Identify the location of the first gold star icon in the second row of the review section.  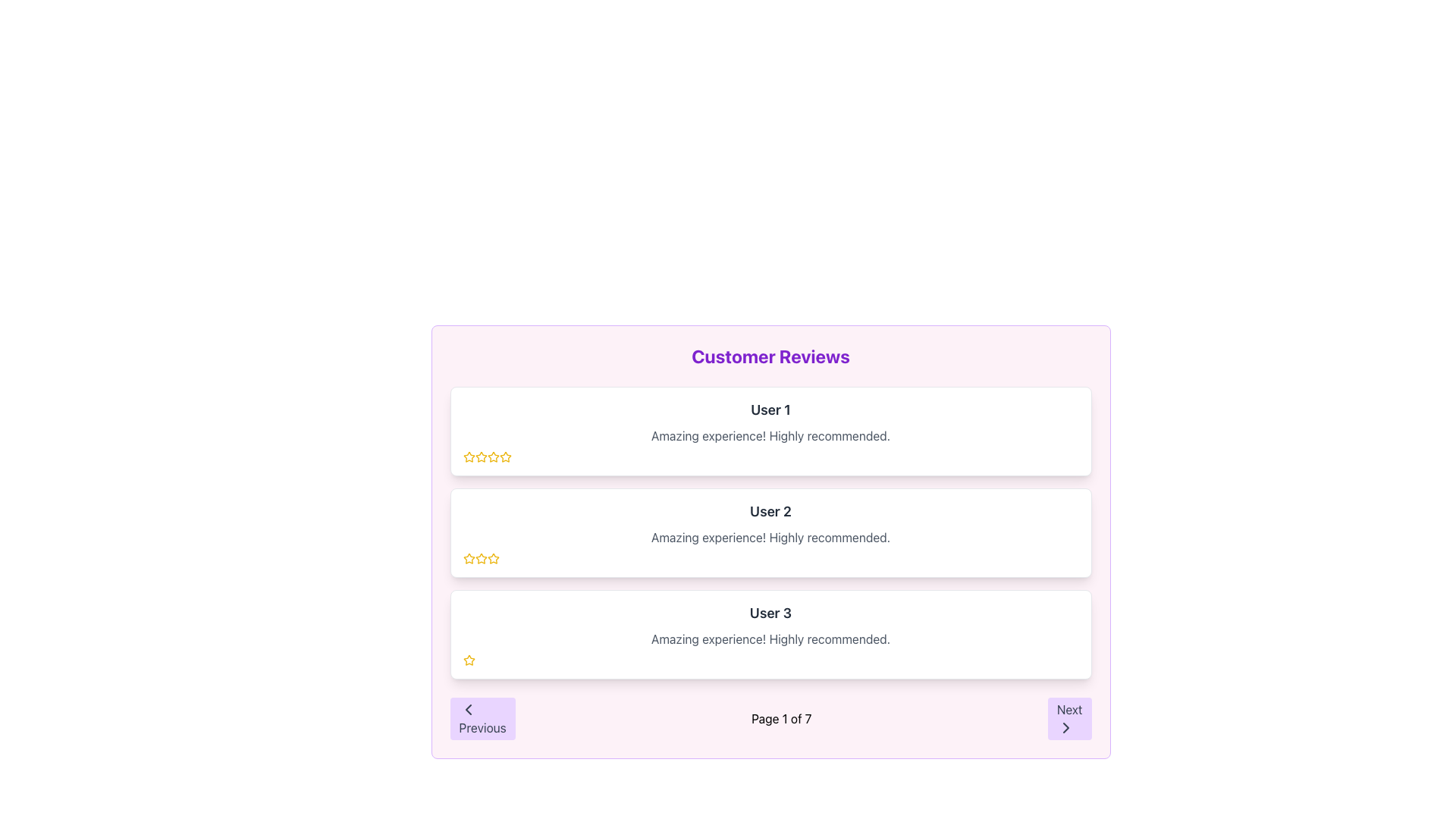
(468, 558).